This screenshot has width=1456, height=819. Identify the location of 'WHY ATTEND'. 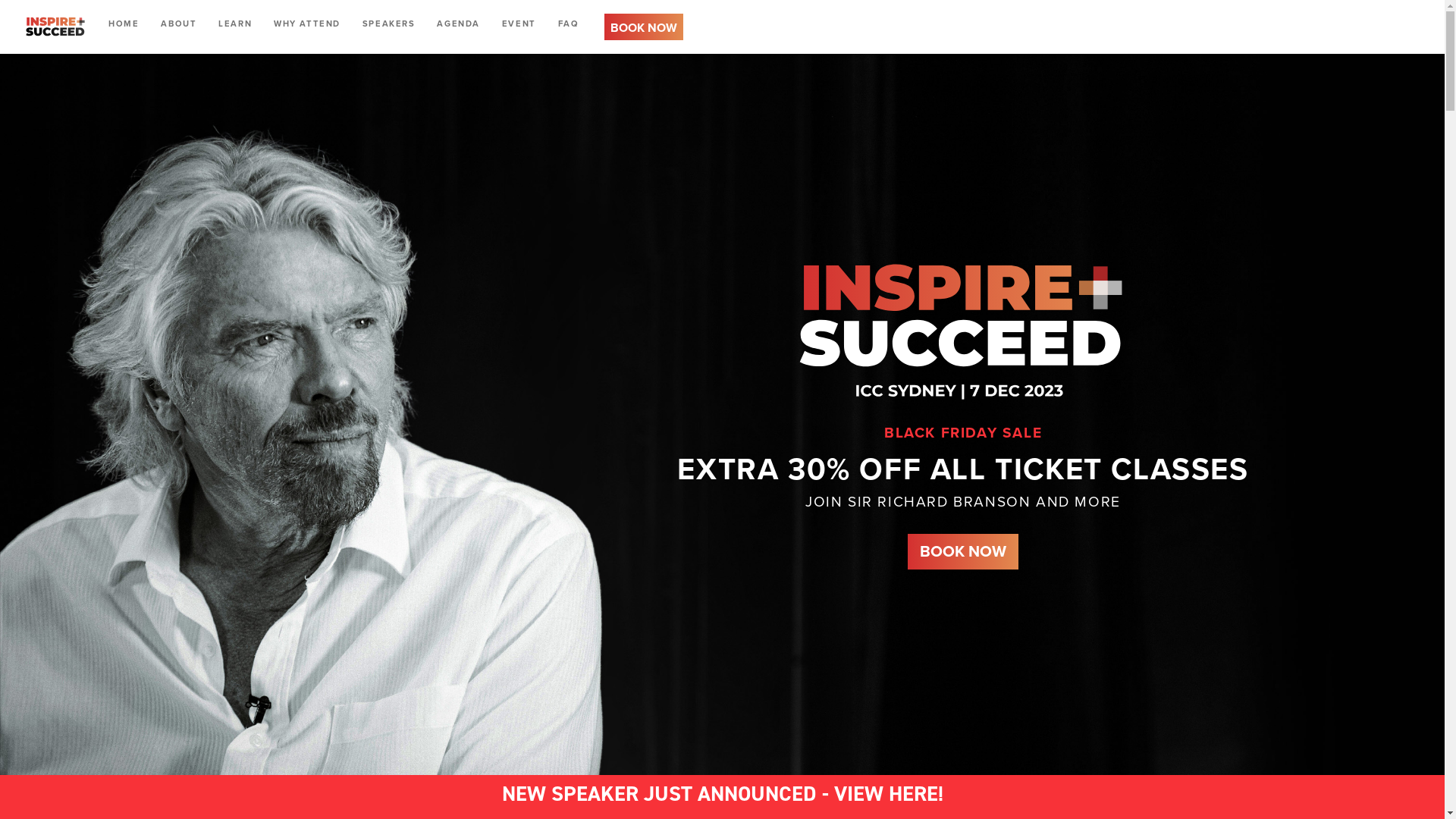
(306, 23).